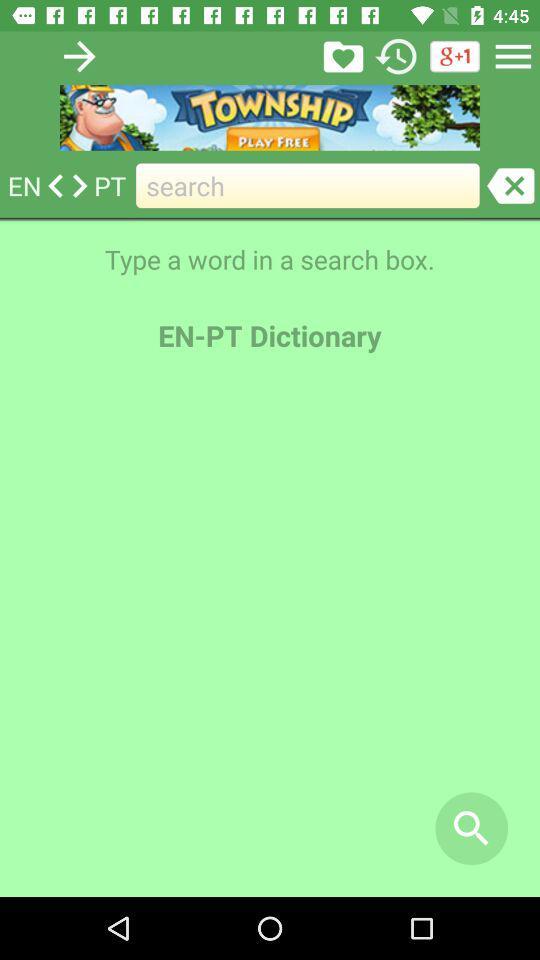 This screenshot has width=540, height=960. I want to click on history, so click(396, 55).